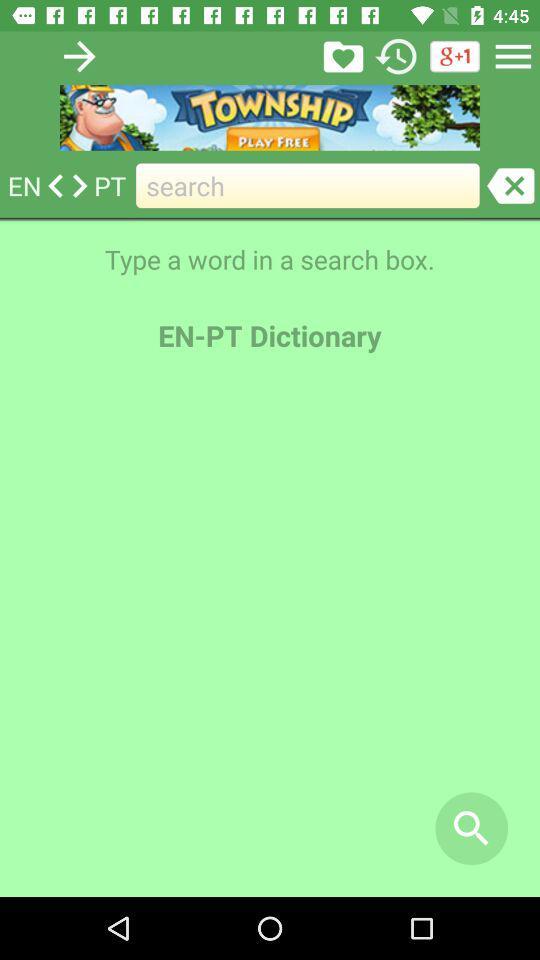 This screenshot has width=540, height=960. I want to click on history, so click(396, 55).